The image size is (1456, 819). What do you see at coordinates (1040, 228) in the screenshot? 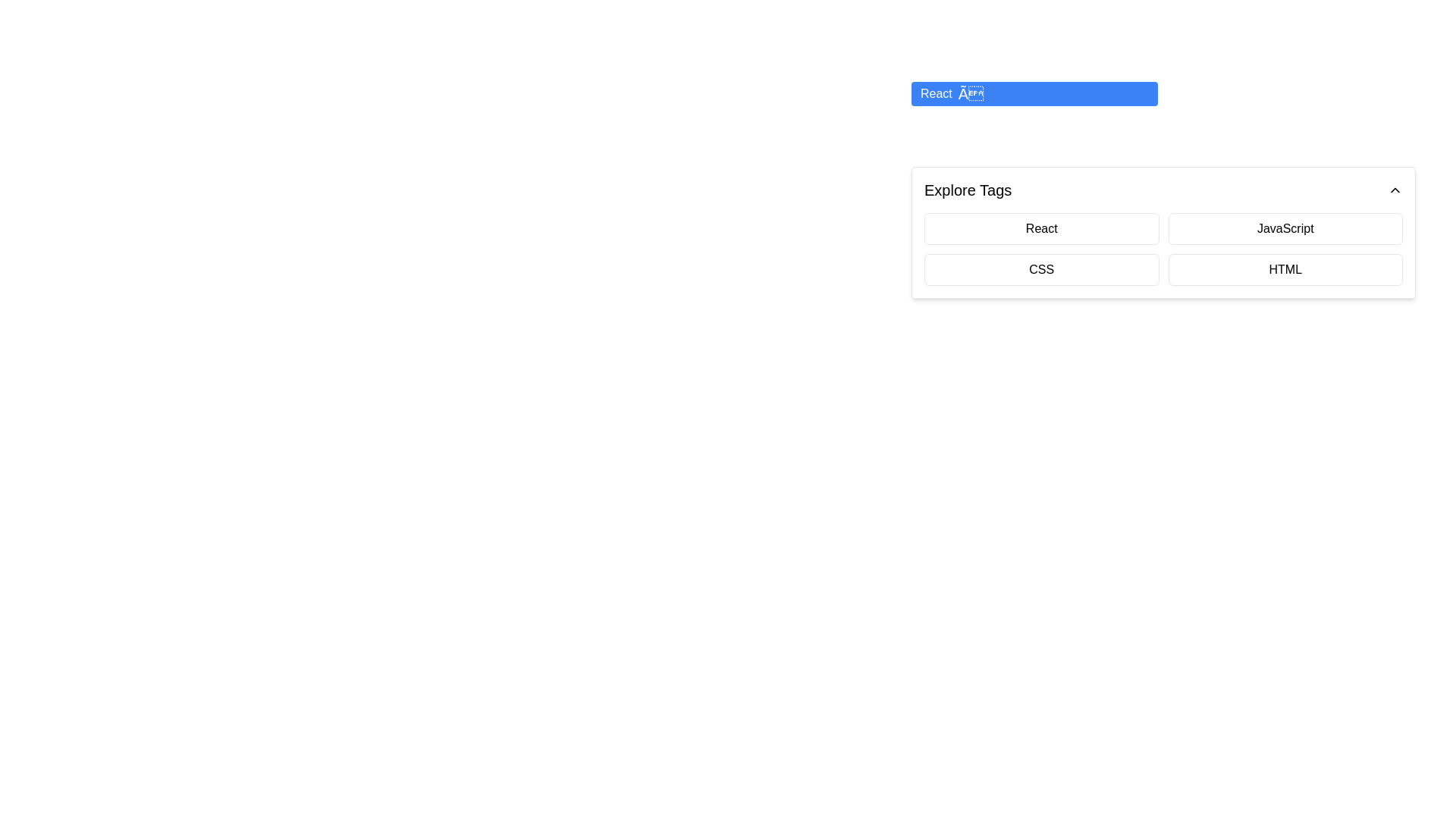
I see `the 'React' button located in the top-left corner of the grid layout under the 'Explore Tags' section` at bounding box center [1040, 228].